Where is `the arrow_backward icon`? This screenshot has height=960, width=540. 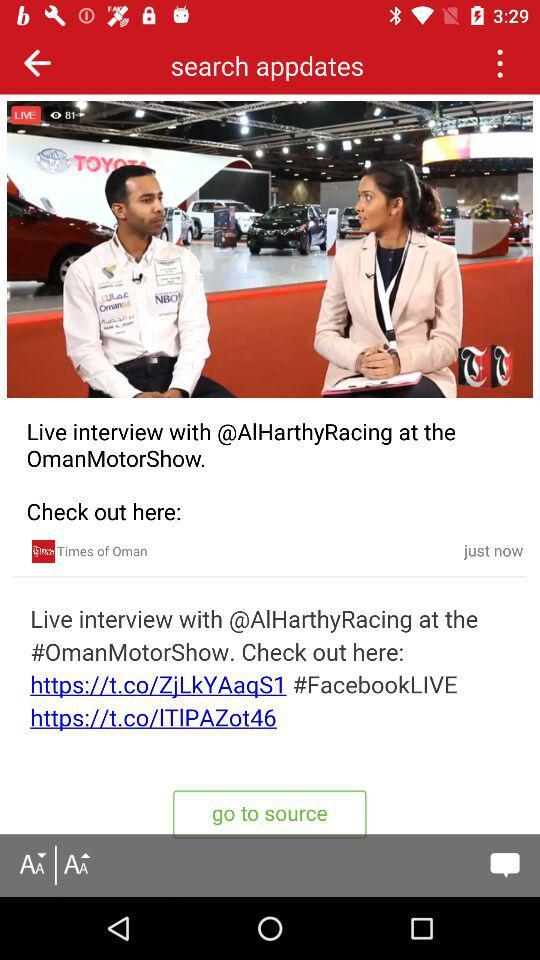 the arrow_backward icon is located at coordinates (37, 62).